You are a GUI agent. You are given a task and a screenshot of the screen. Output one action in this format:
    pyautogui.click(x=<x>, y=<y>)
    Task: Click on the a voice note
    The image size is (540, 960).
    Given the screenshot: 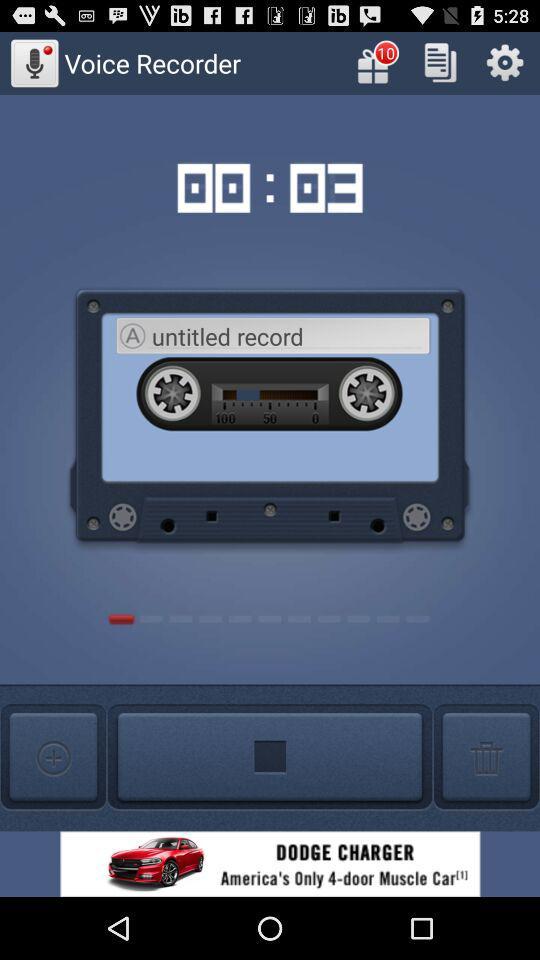 What is the action you would take?
    pyautogui.click(x=53, y=756)
    